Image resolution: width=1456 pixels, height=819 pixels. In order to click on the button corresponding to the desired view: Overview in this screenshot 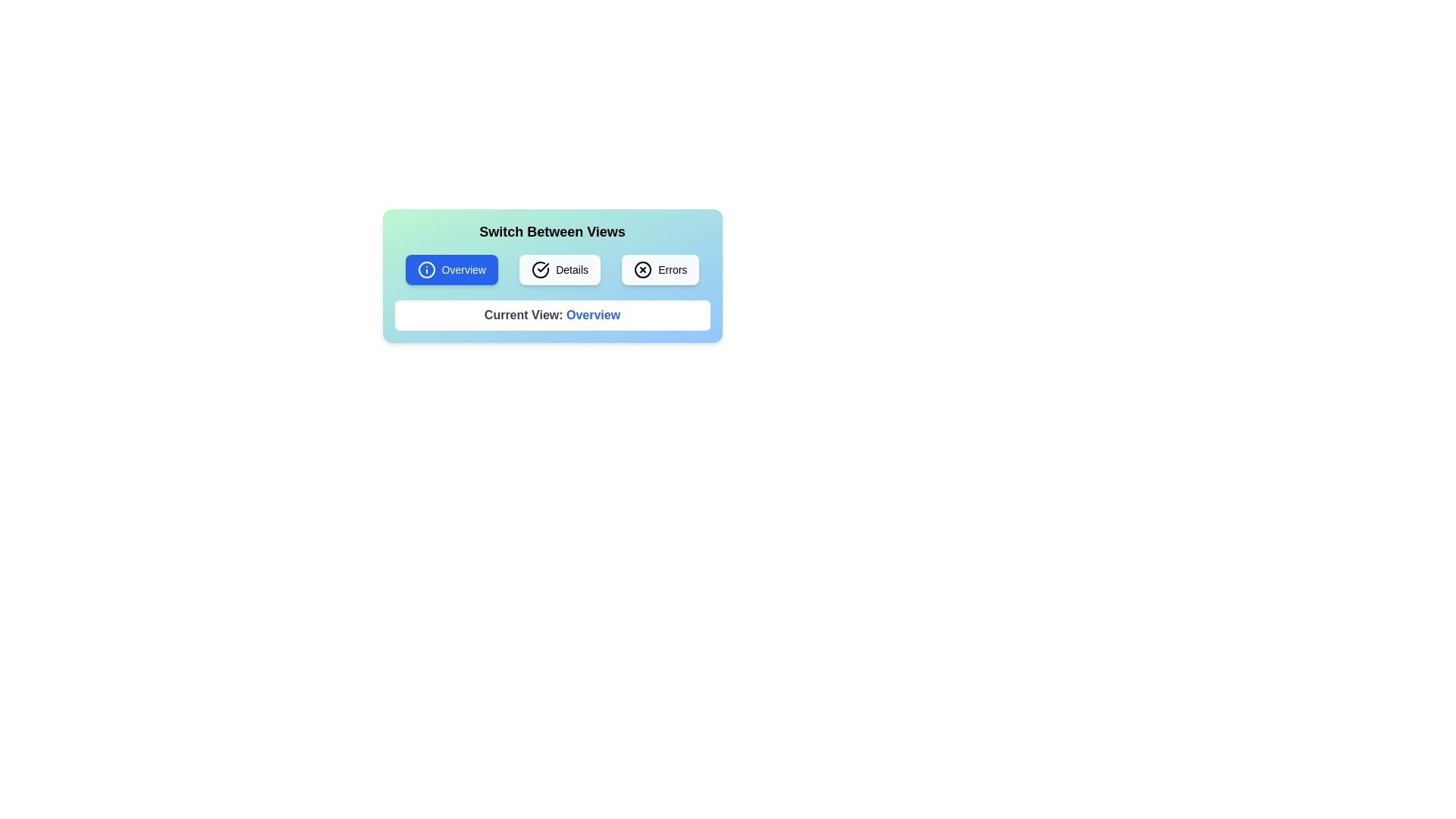, I will do `click(450, 268)`.